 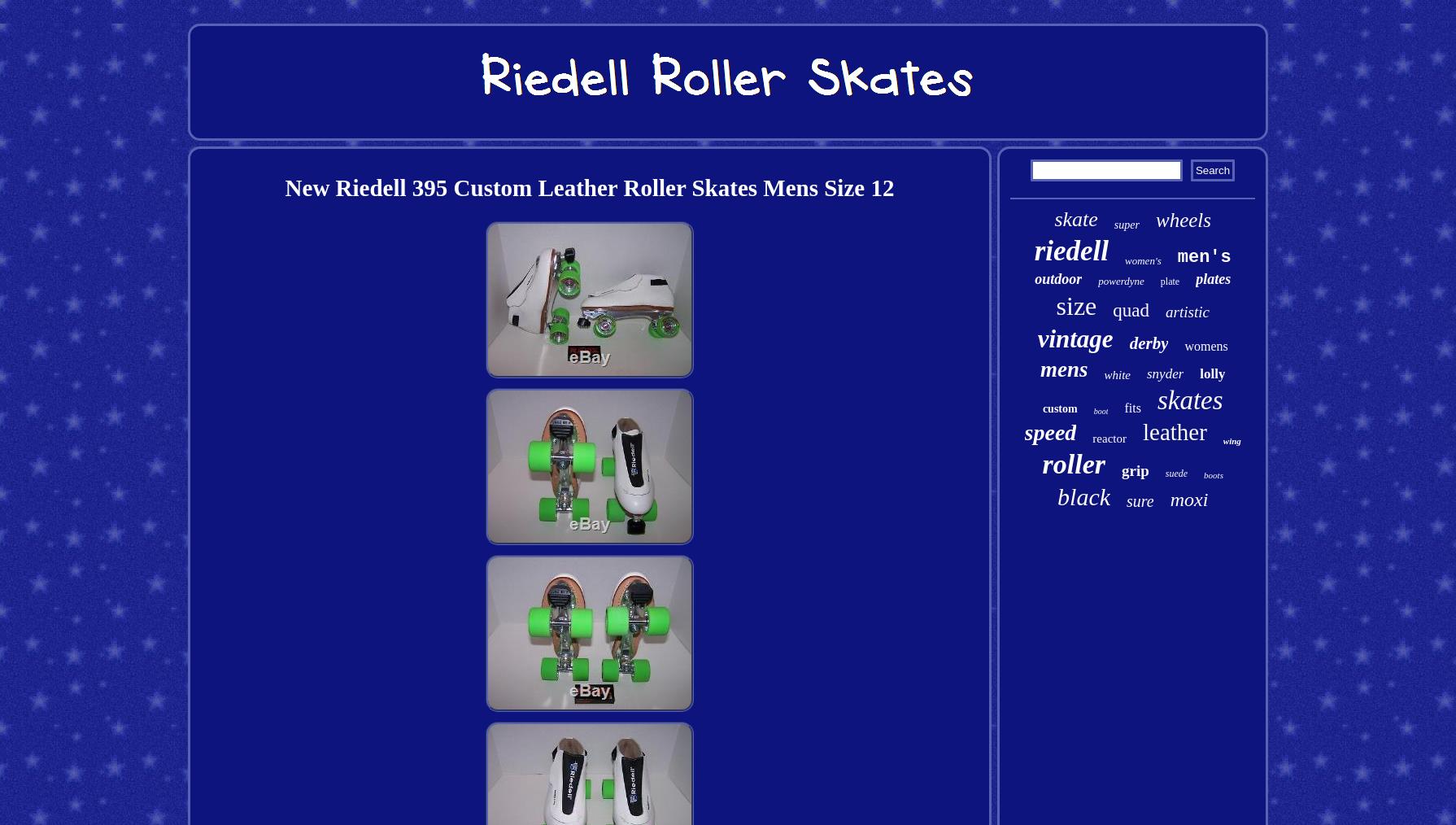 What do you see at coordinates (1092, 411) in the screenshot?
I see `'boot'` at bounding box center [1092, 411].